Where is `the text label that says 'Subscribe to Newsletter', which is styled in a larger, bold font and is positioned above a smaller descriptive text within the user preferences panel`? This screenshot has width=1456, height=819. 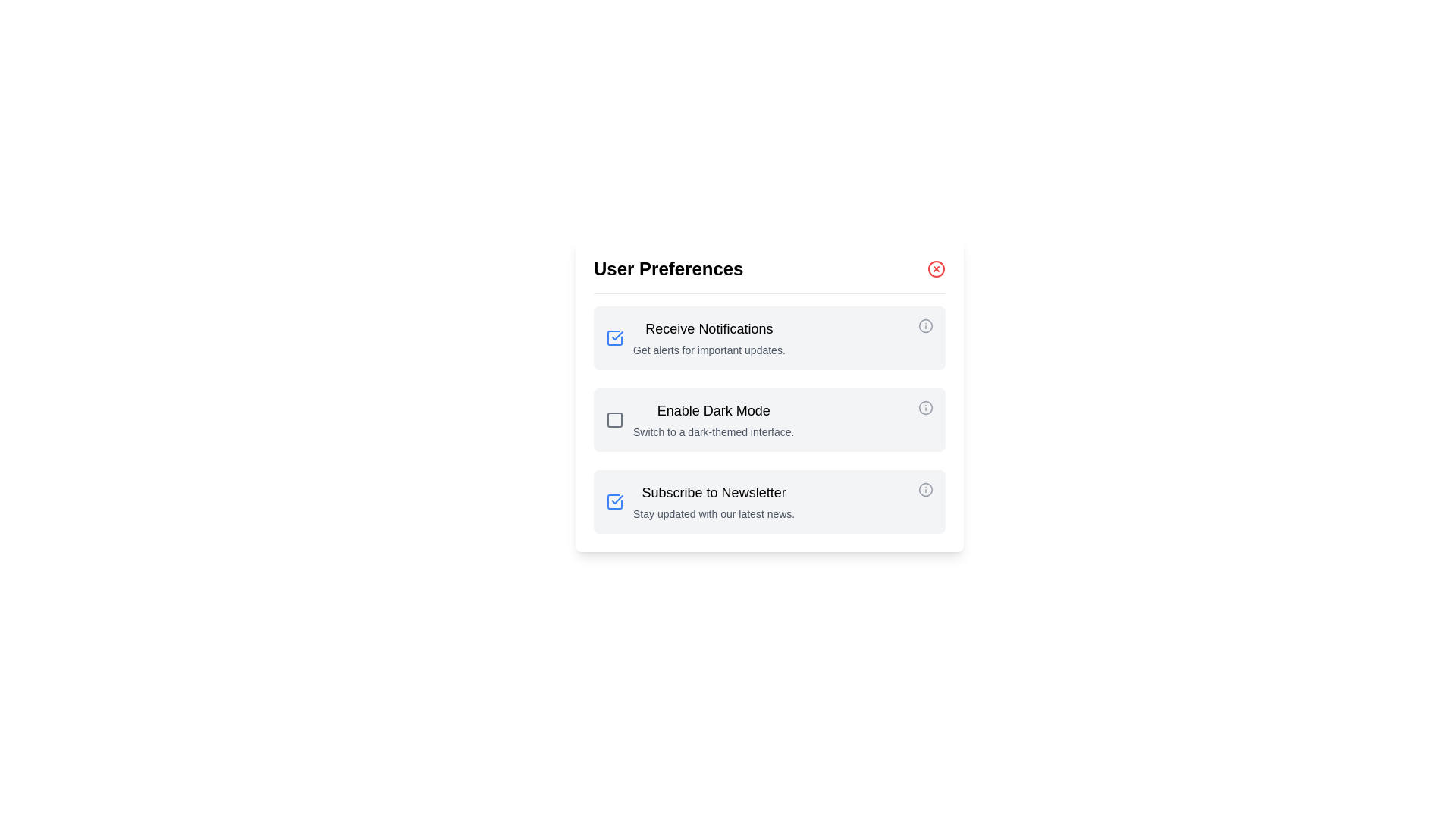 the text label that says 'Subscribe to Newsletter', which is styled in a larger, bold font and is positioned above a smaller descriptive text within the user preferences panel is located at coordinates (713, 493).